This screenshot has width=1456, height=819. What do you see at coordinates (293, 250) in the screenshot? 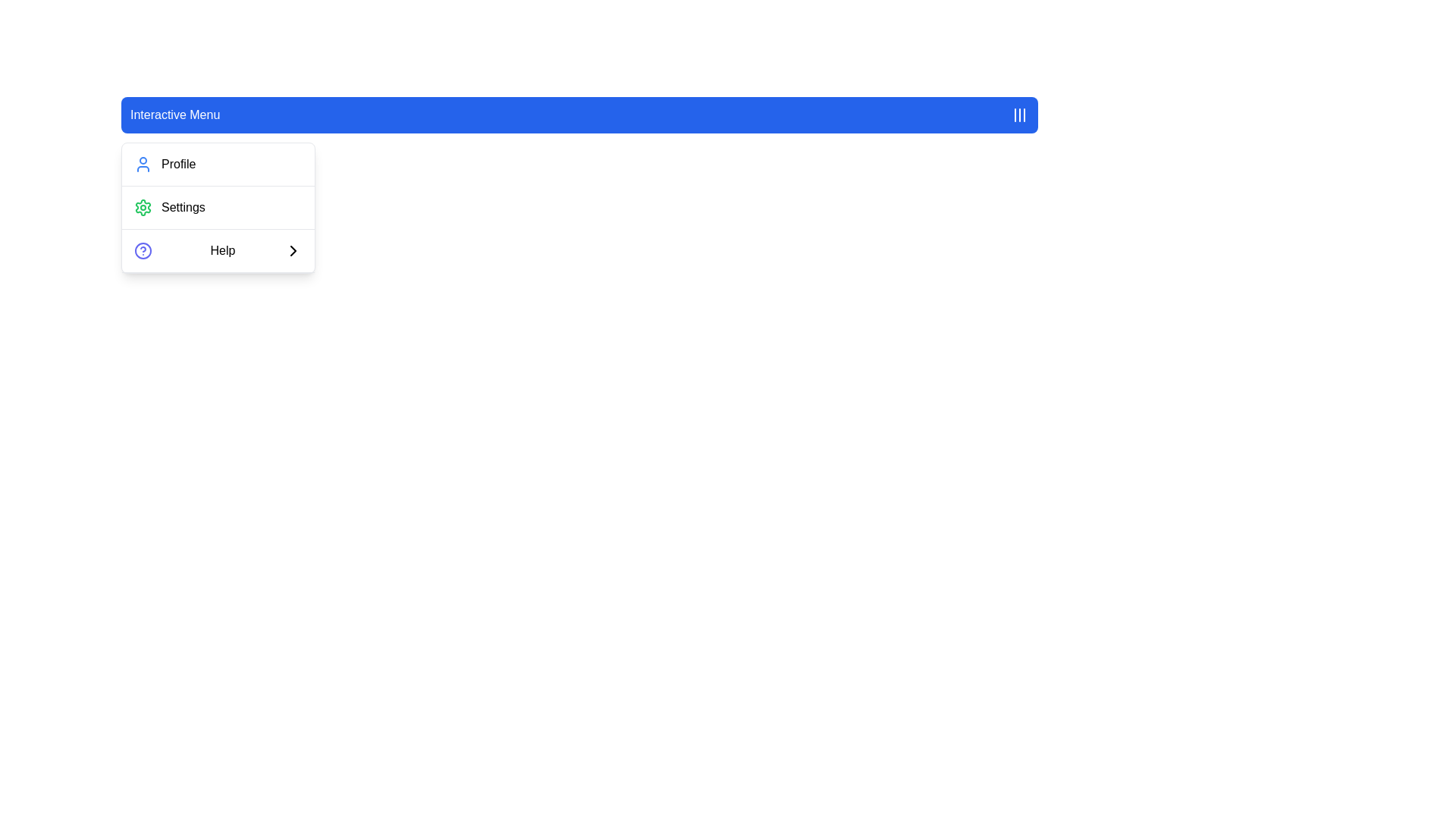
I see `the rightward-pointing chevron icon located to the right of the 'Help' text in the vertical navigation menu` at bounding box center [293, 250].